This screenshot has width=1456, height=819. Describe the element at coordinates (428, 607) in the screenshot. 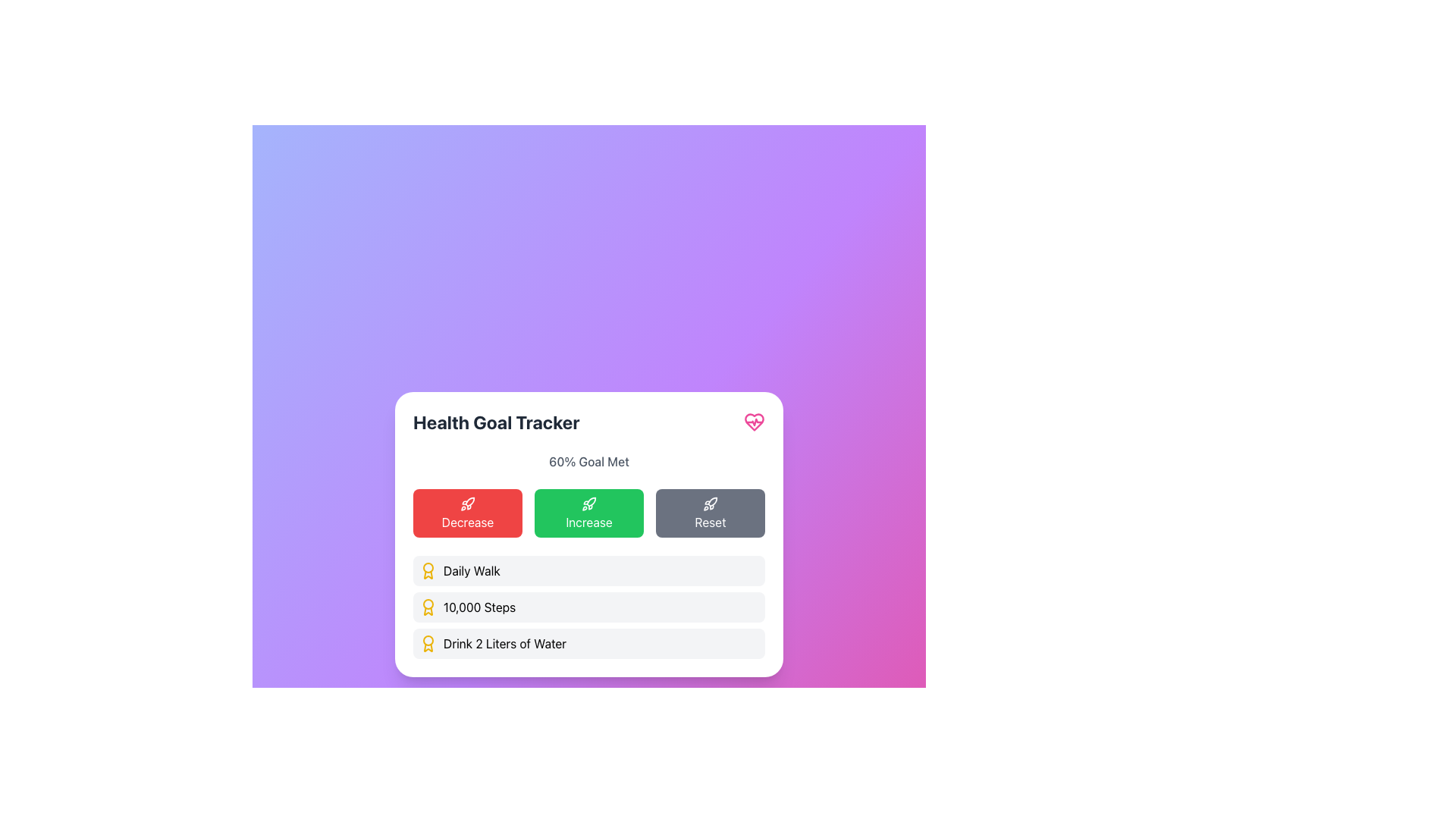

I see `the award icon indicating achievement for the '10,000 Steps' feature, located to the left of the '10,000 Steps' text in the Health Goal Tracker section` at that location.